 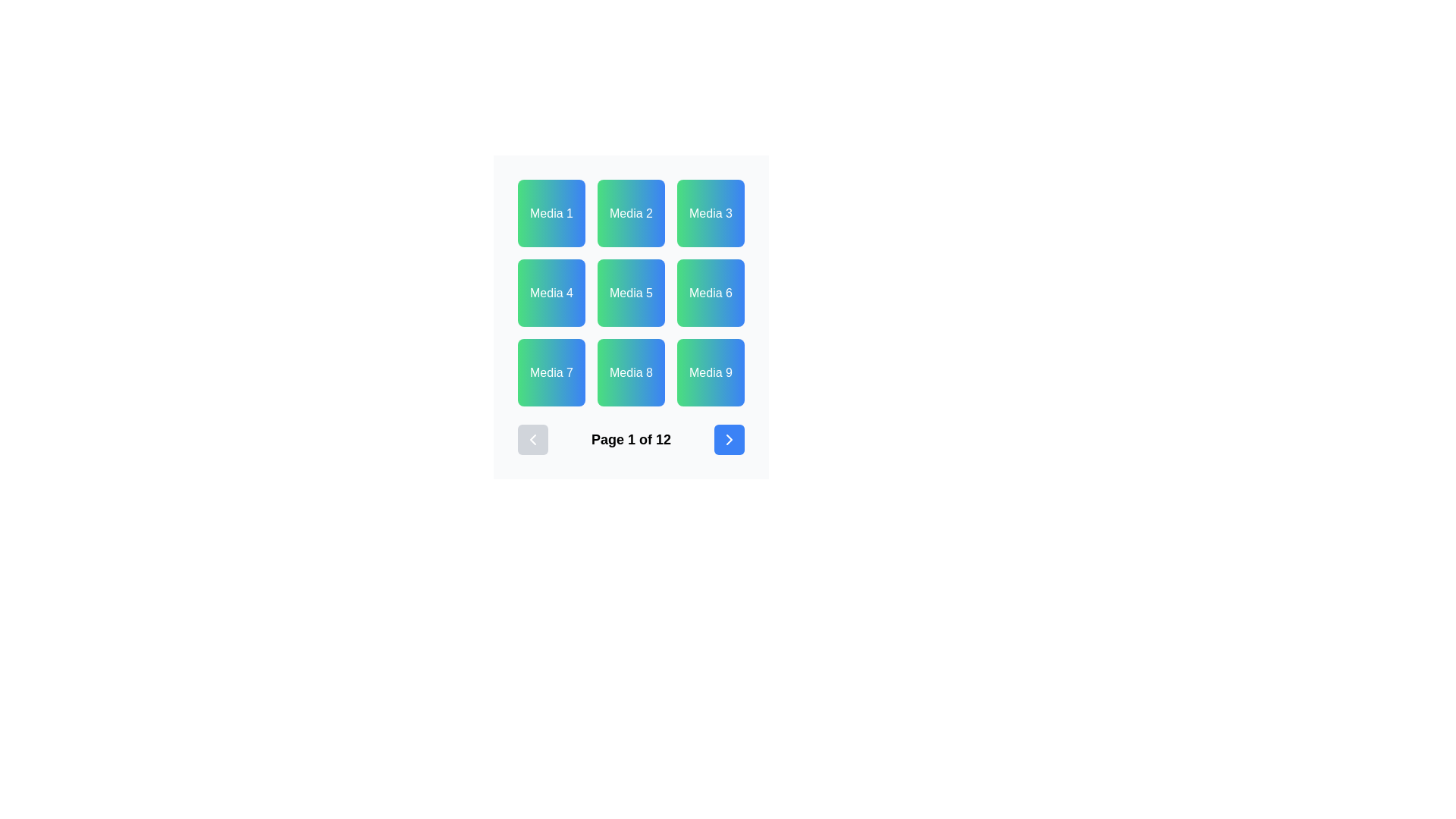 I want to click on the interactive tile labeled 'Media 6', so click(x=710, y=293).